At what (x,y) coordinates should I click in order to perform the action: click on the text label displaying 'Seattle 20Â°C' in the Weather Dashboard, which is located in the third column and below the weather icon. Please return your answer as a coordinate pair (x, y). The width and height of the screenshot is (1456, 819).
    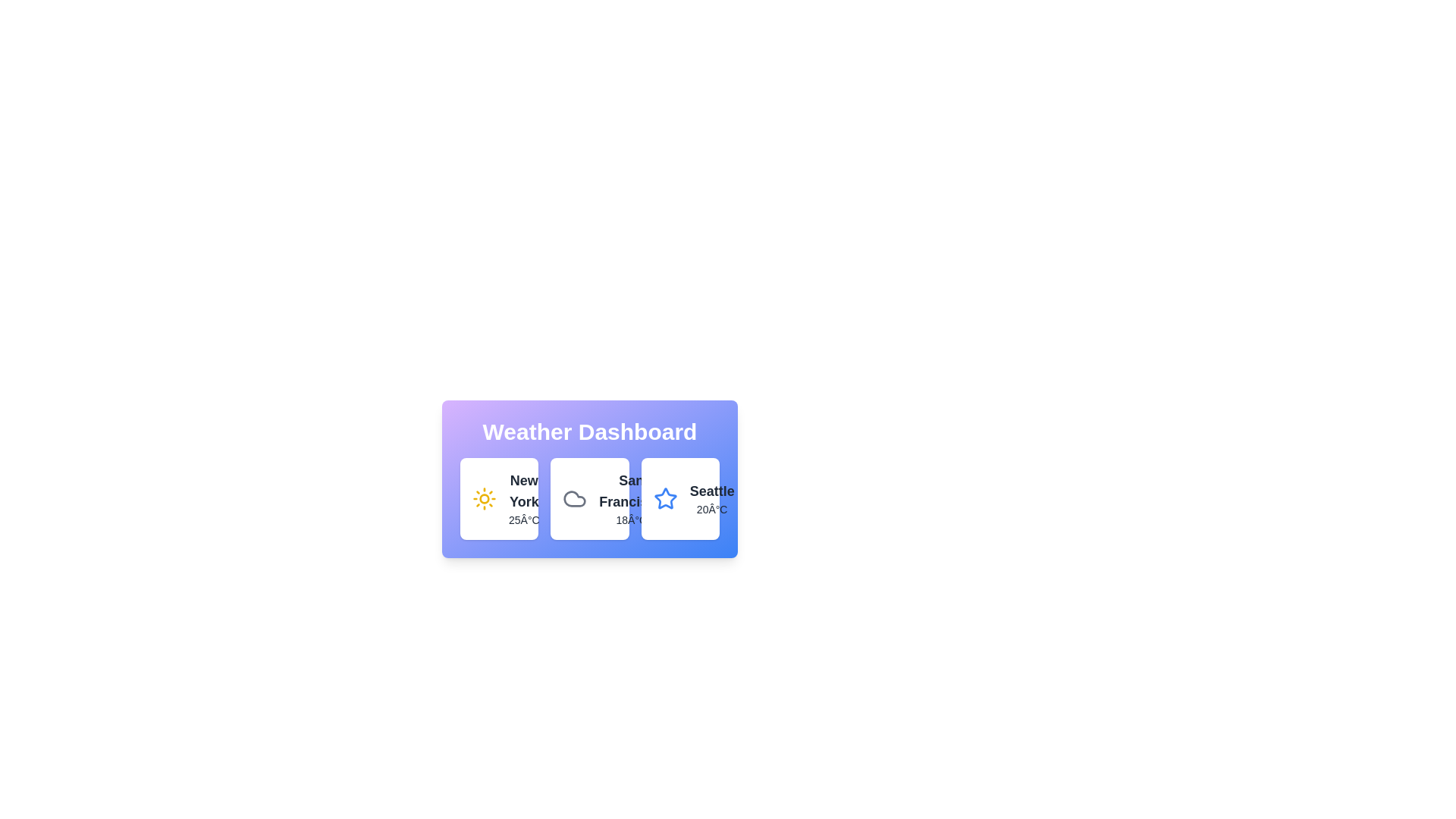
    Looking at the image, I should click on (711, 499).